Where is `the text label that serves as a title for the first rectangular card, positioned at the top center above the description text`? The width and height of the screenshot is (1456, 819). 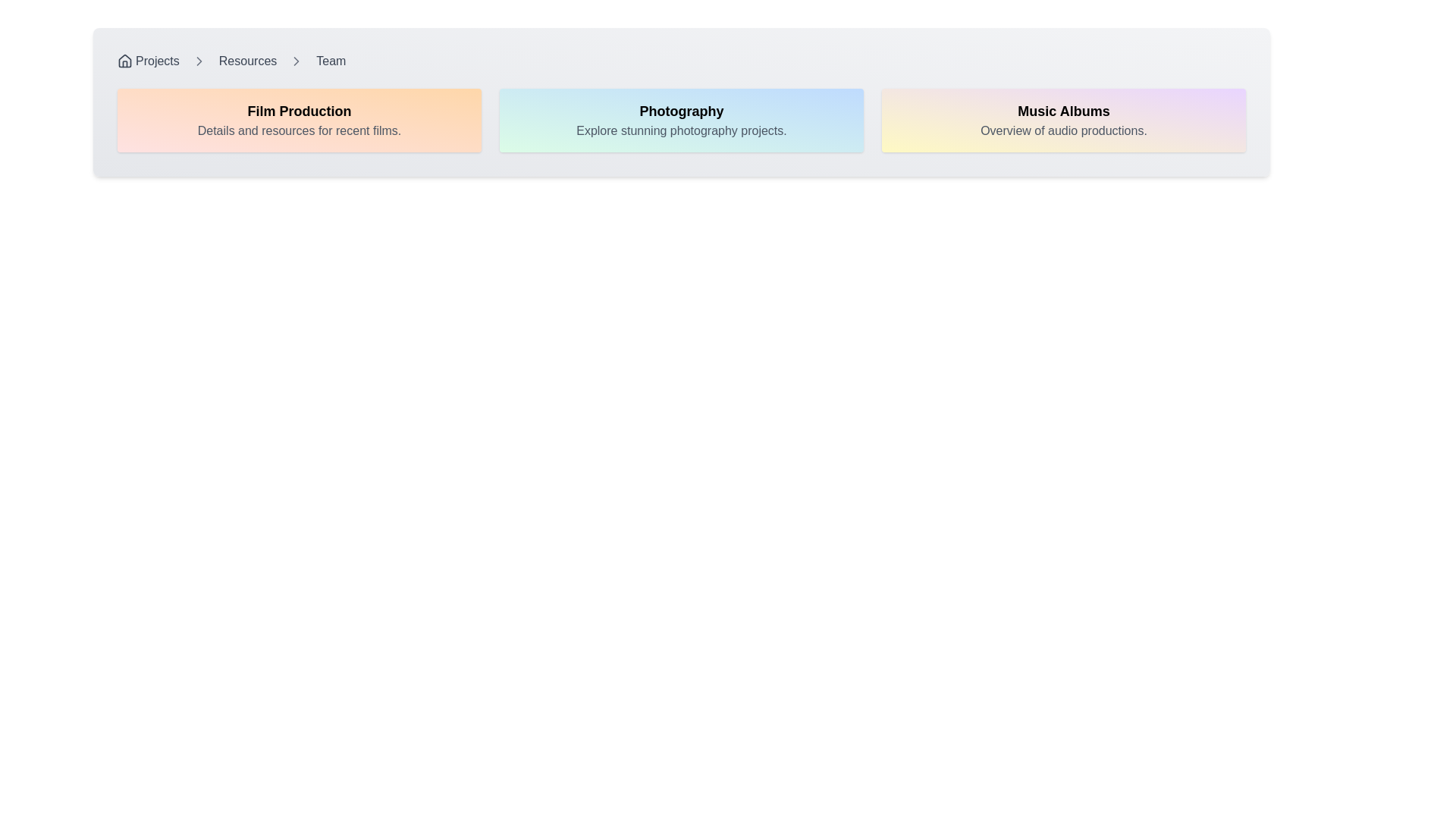
the text label that serves as a title for the first rectangular card, positioned at the top center above the description text is located at coordinates (299, 110).